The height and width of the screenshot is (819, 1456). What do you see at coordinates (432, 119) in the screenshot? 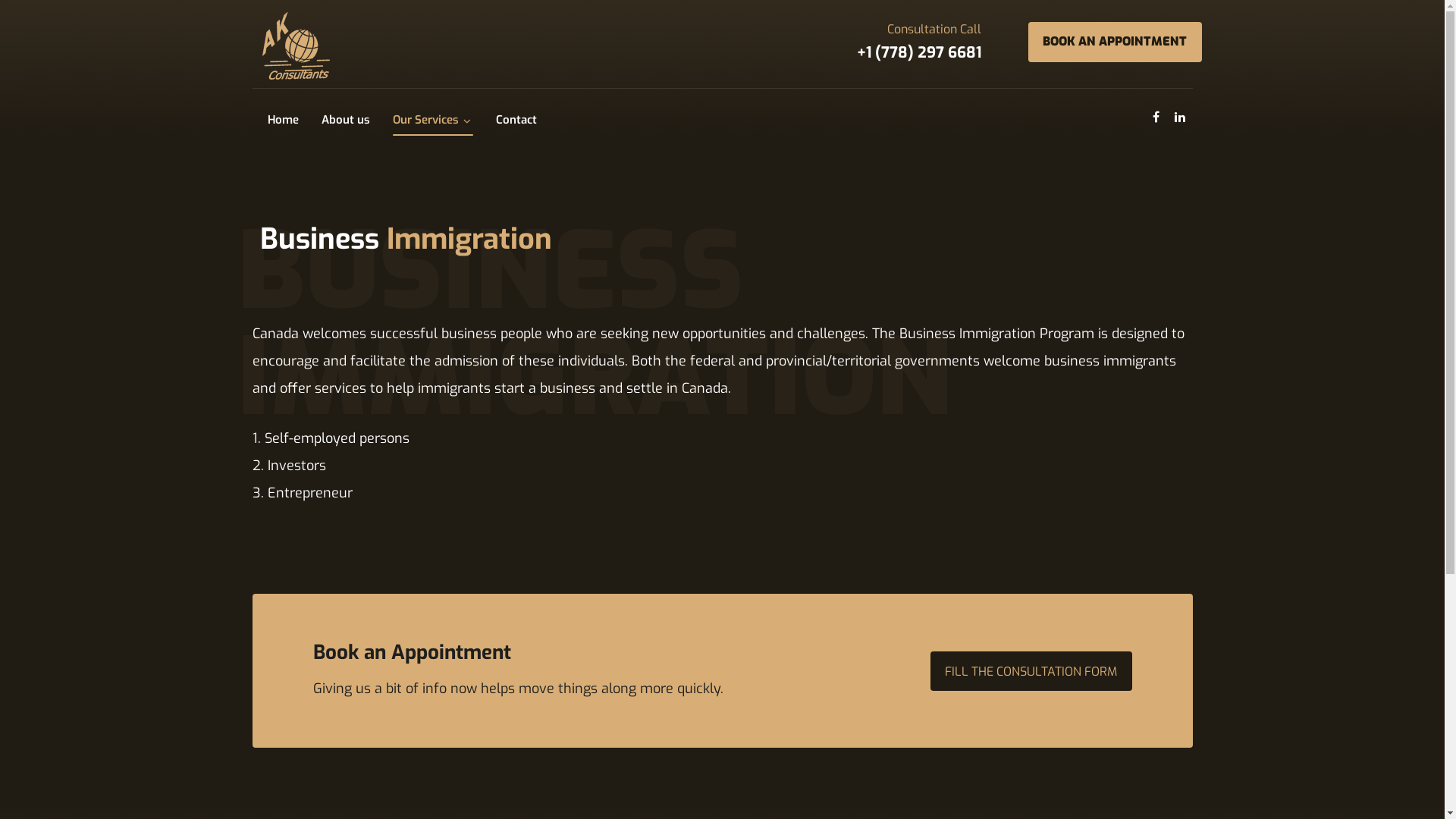
I see `'Our Services'` at bounding box center [432, 119].